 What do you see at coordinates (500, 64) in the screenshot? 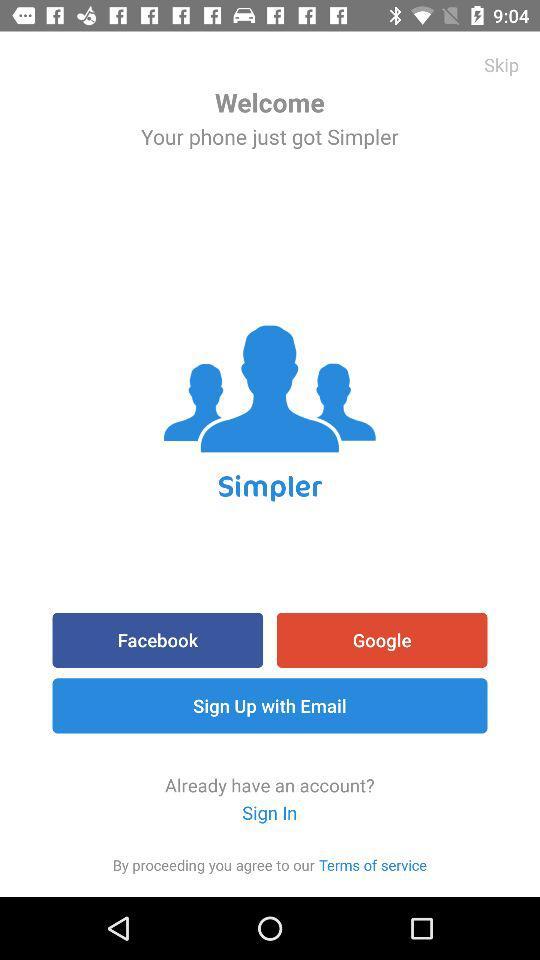
I see `icon next to welcome item` at bounding box center [500, 64].